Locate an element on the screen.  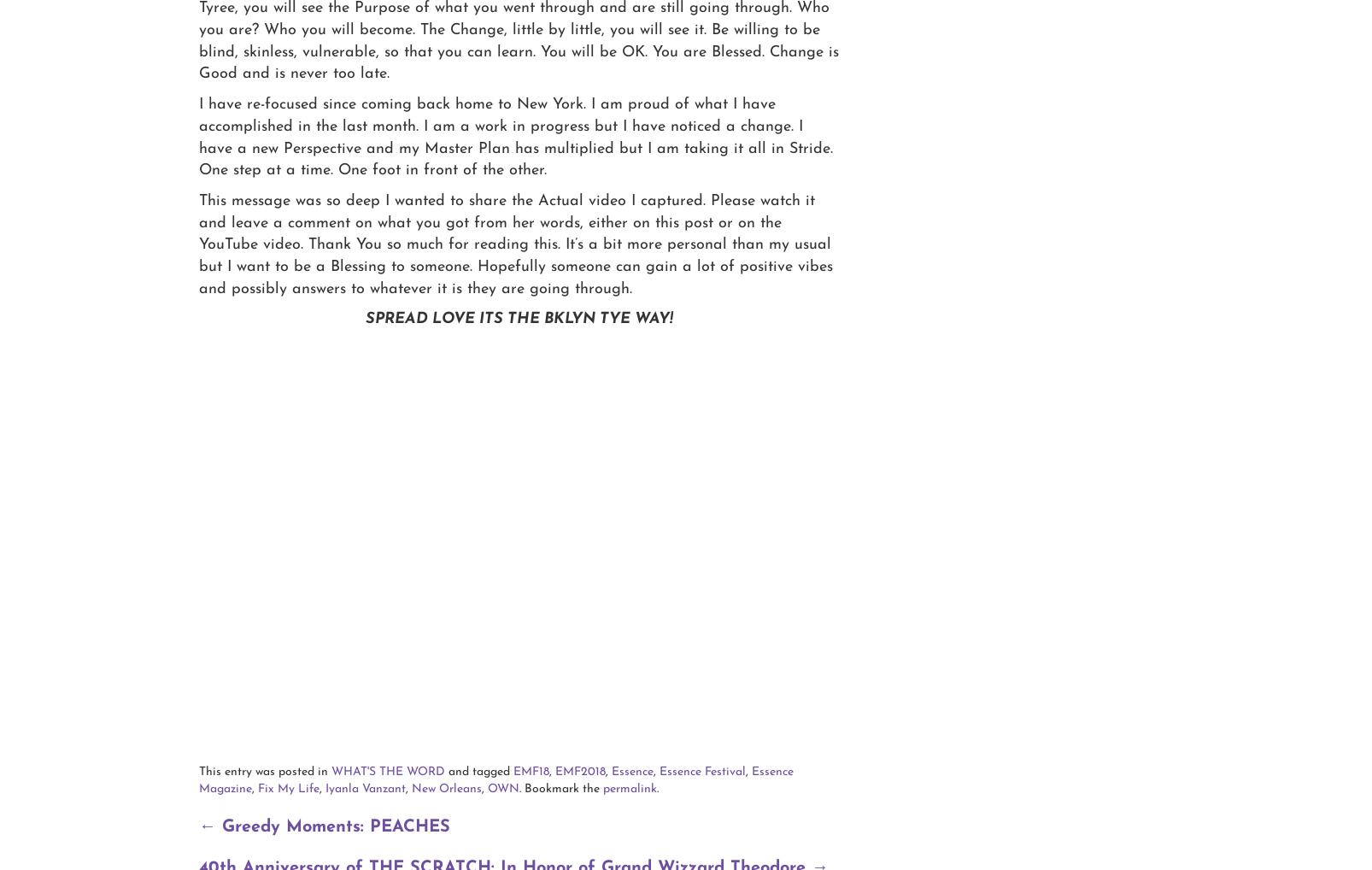
'Essence' is located at coordinates (632, 771).